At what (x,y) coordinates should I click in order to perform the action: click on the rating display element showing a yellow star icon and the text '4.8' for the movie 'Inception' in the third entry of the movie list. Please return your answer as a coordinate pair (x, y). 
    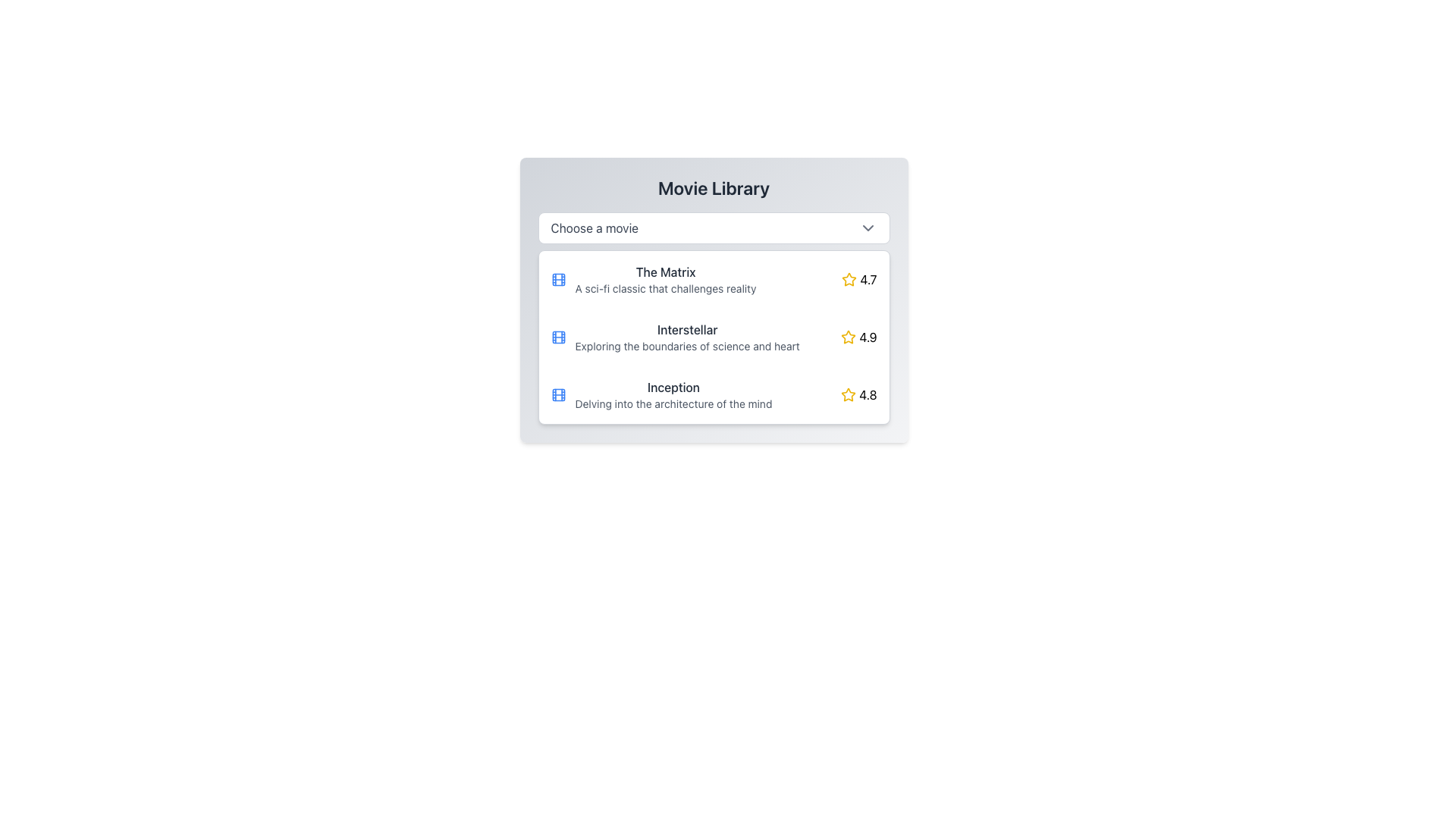
    Looking at the image, I should click on (858, 394).